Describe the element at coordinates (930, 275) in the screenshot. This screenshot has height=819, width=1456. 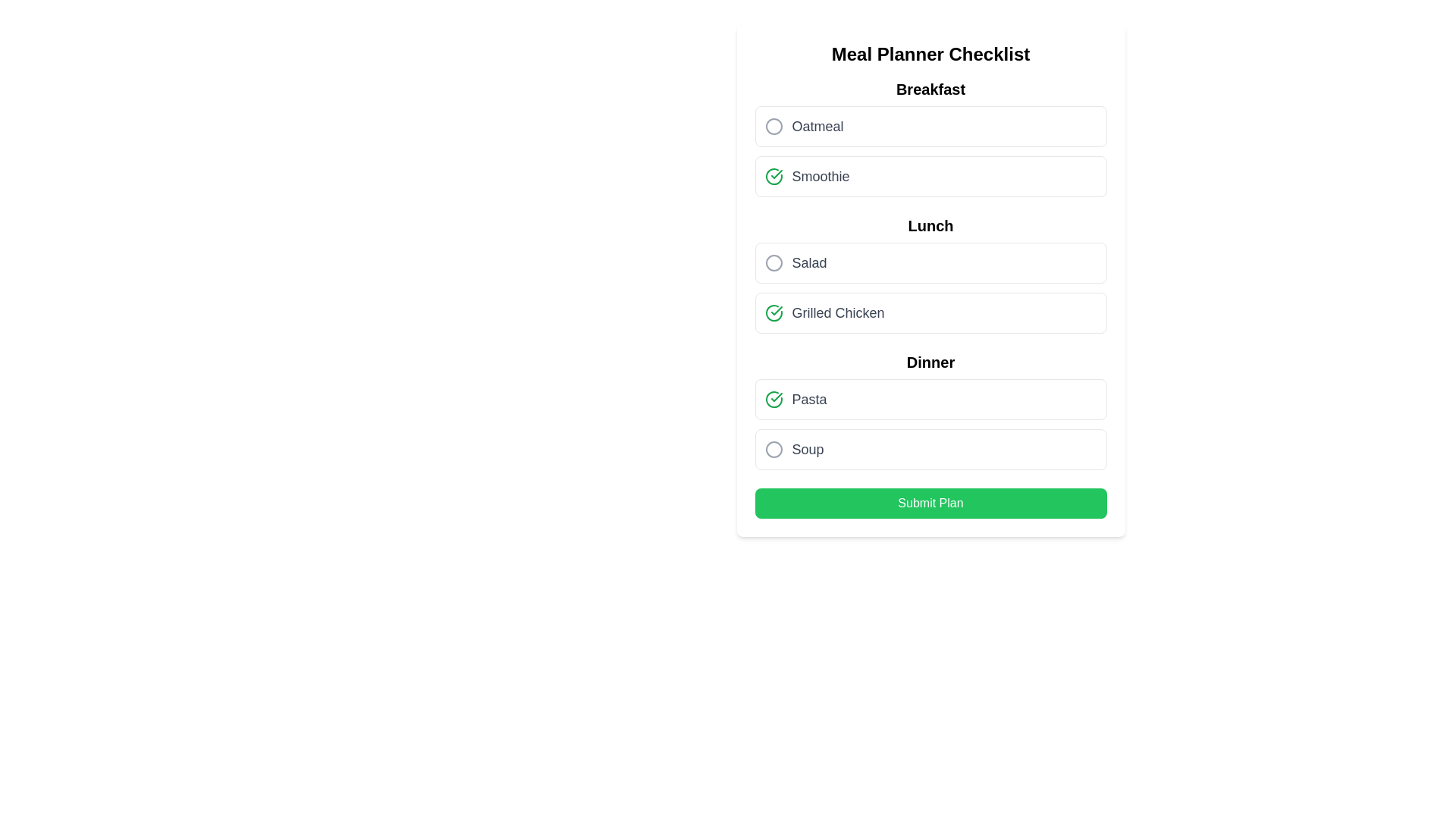
I see `an option in the checklist UI component for visual feedback, specifically targeting the section that includes Breakfast, Lunch, or Dinner options` at that location.